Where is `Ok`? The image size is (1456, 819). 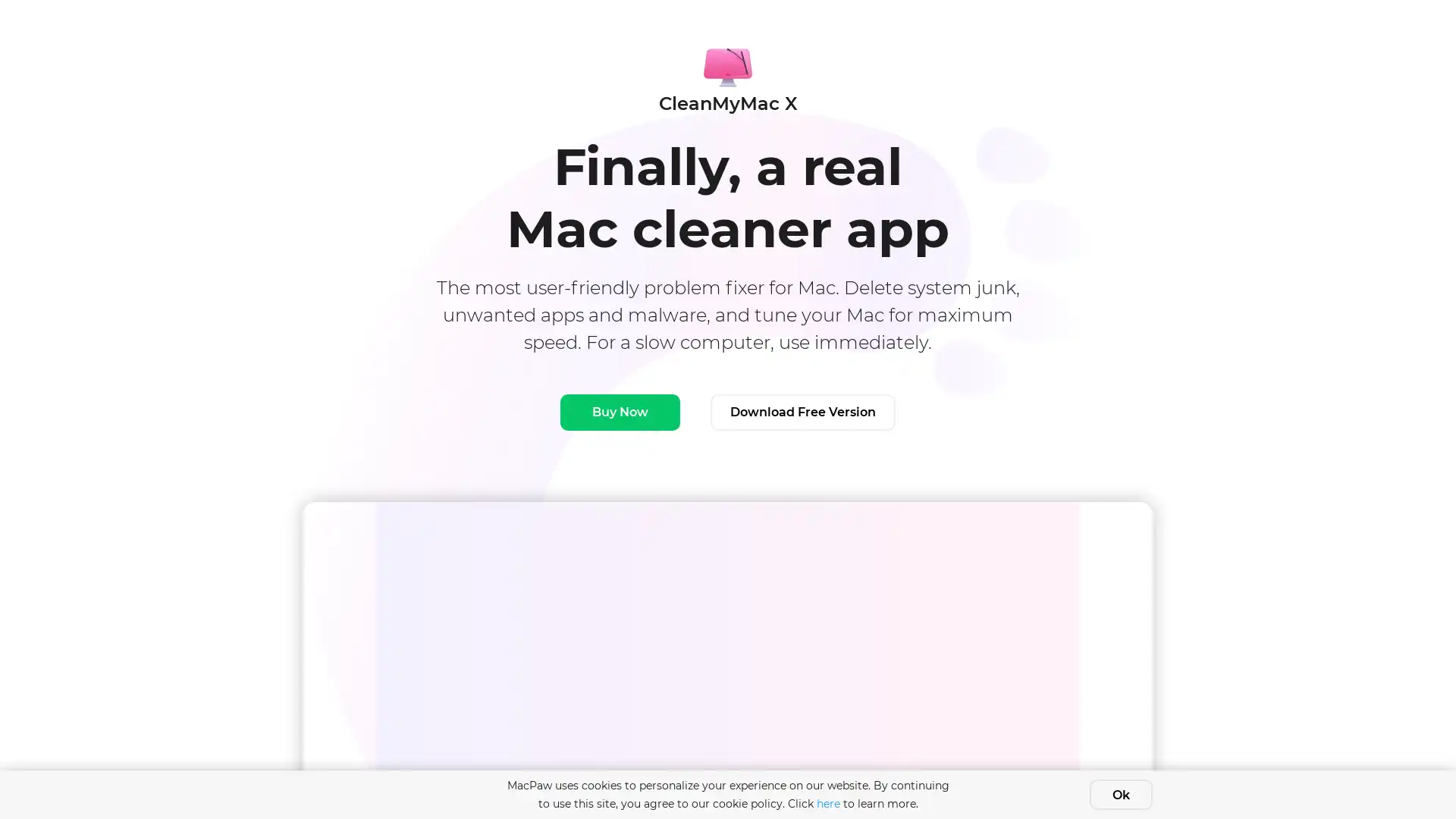
Ok is located at coordinates (1121, 794).